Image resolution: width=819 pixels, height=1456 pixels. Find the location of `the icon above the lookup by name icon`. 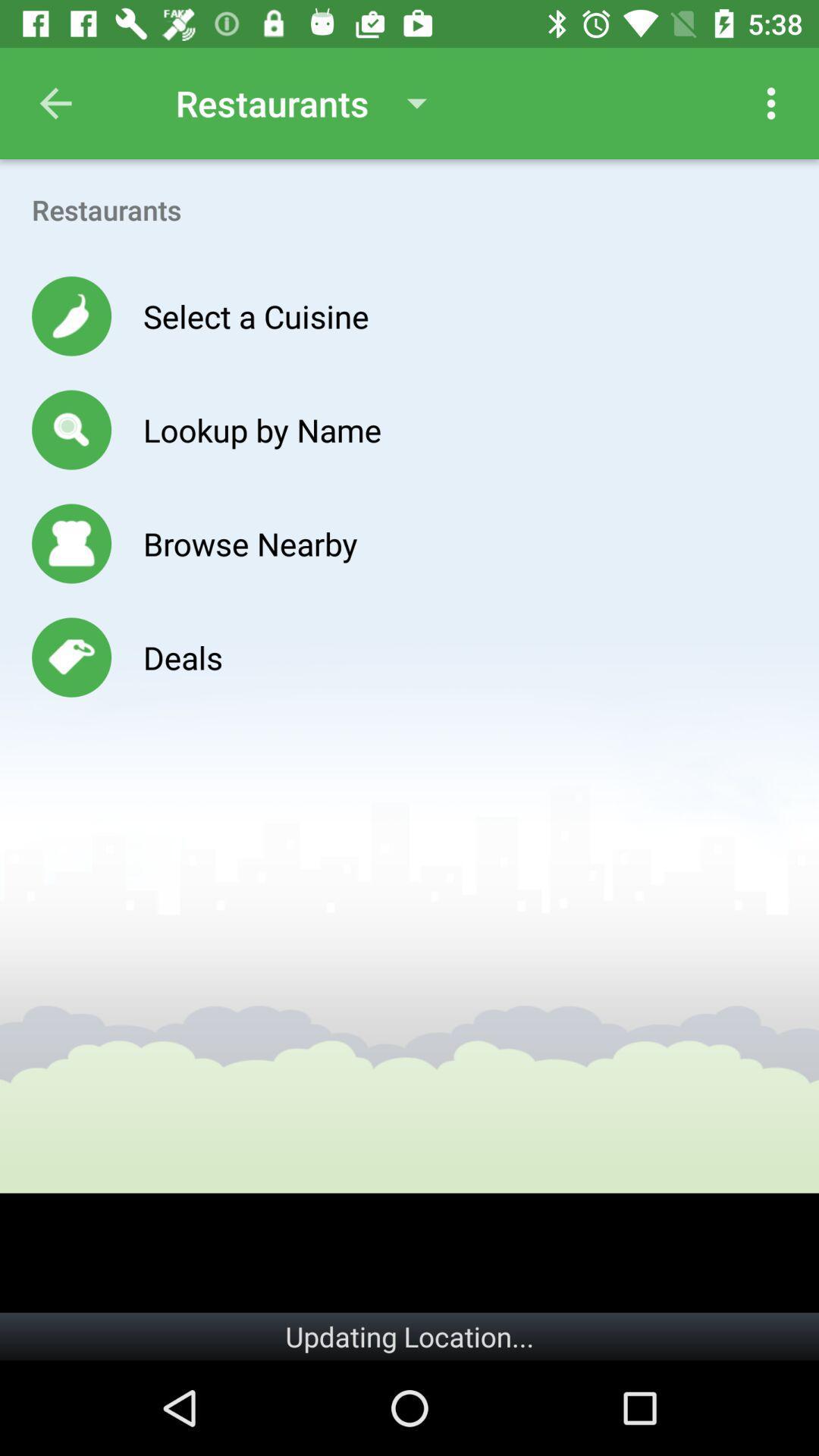

the icon above the lookup by name icon is located at coordinates (255, 315).